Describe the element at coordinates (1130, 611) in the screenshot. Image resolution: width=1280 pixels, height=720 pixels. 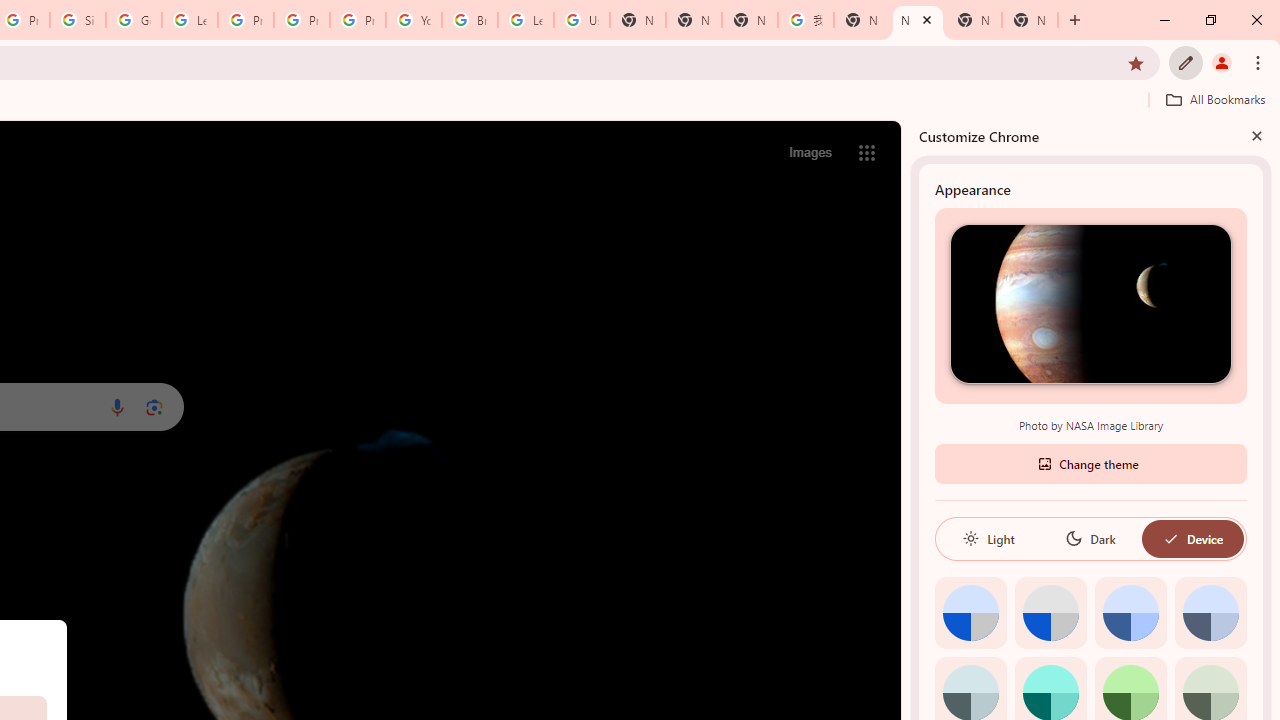
I see `'Blue'` at that location.